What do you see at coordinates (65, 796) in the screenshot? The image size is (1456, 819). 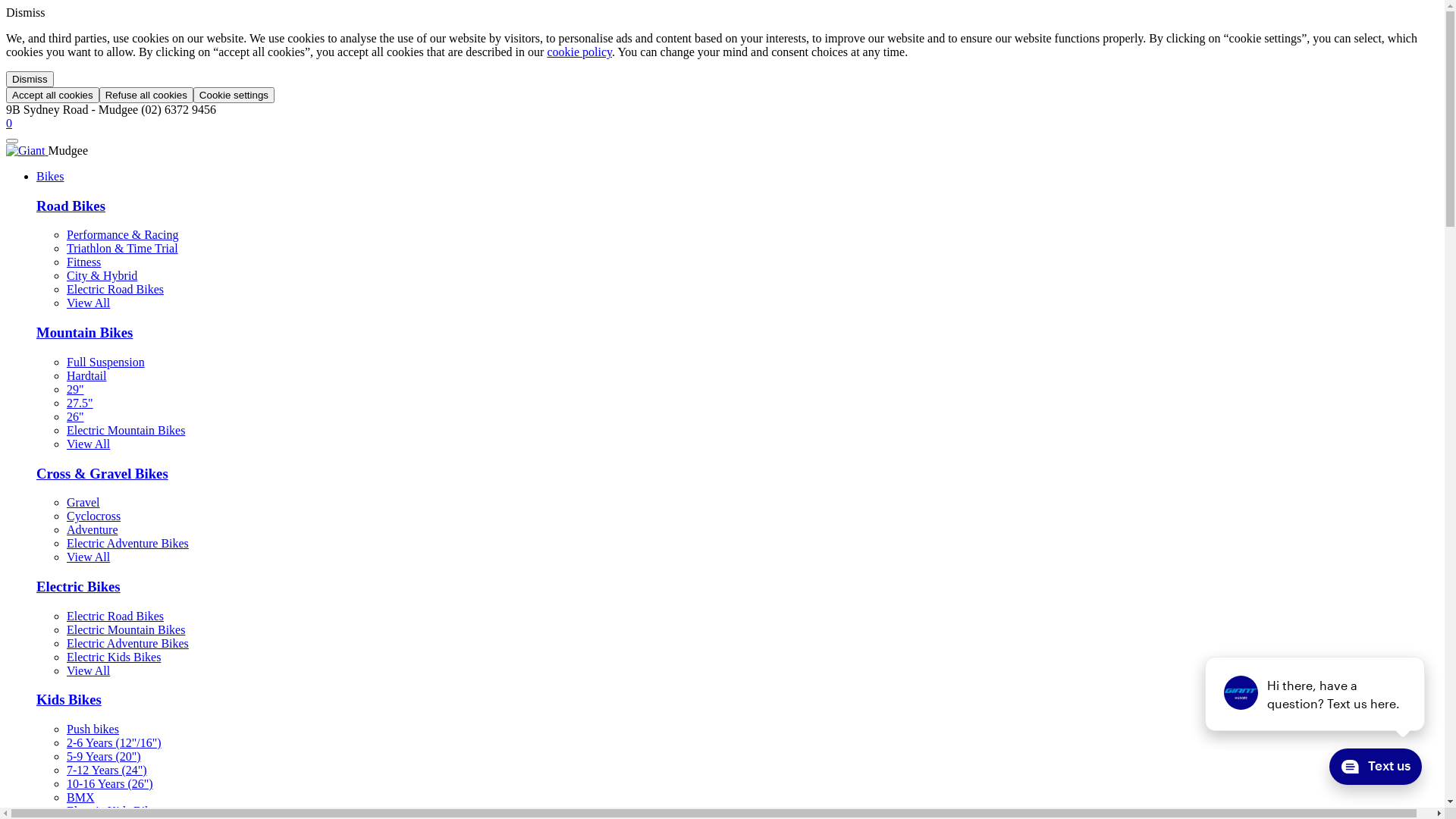 I see `'BMX'` at bounding box center [65, 796].